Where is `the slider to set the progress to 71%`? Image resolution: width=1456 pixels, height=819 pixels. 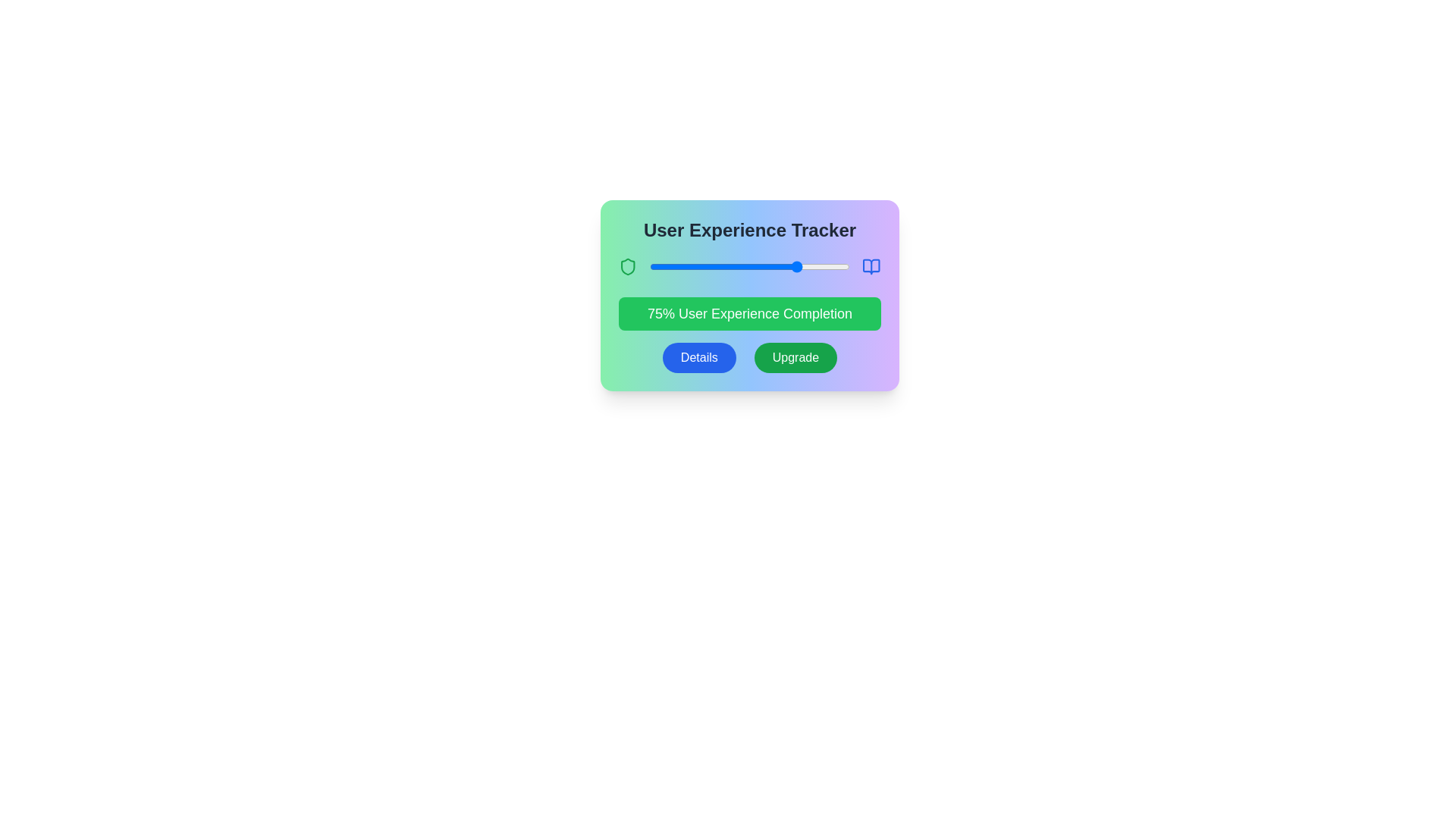 the slider to set the progress to 71% is located at coordinates (791, 265).